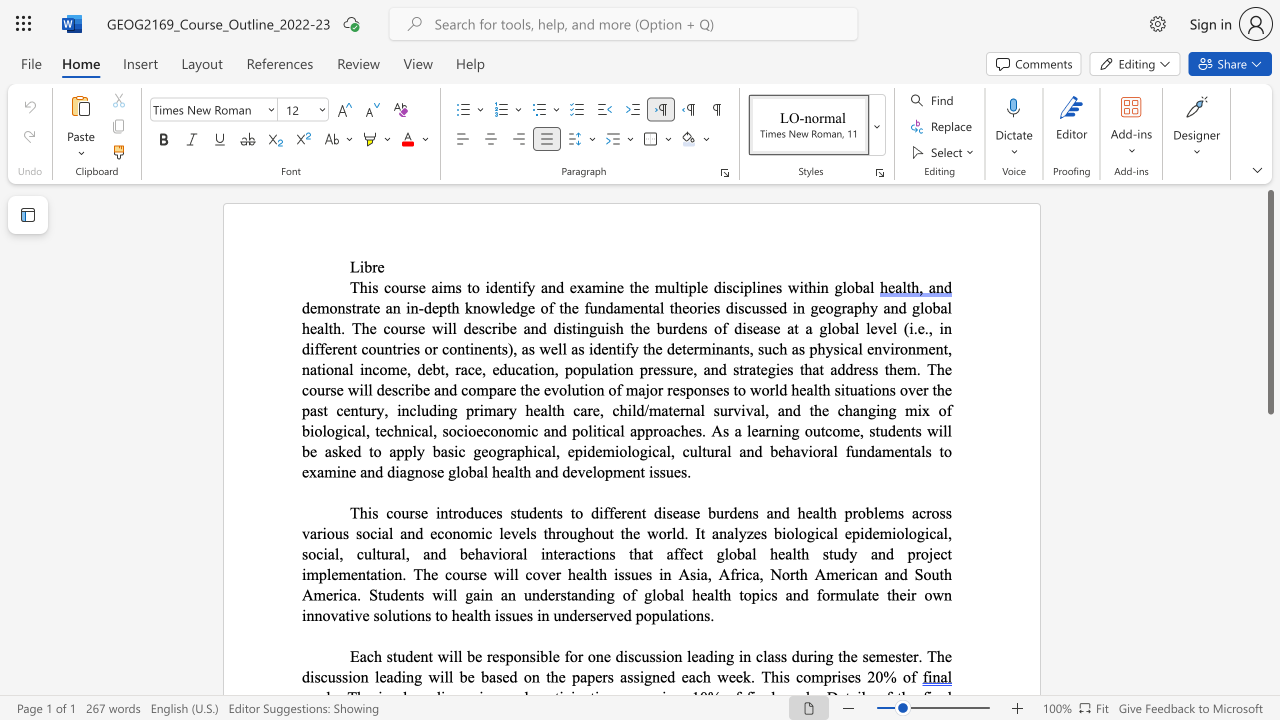 The image size is (1280, 720). Describe the element at coordinates (1269, 598) in the screenshot. I see `the scrollbar on the side` at that location.